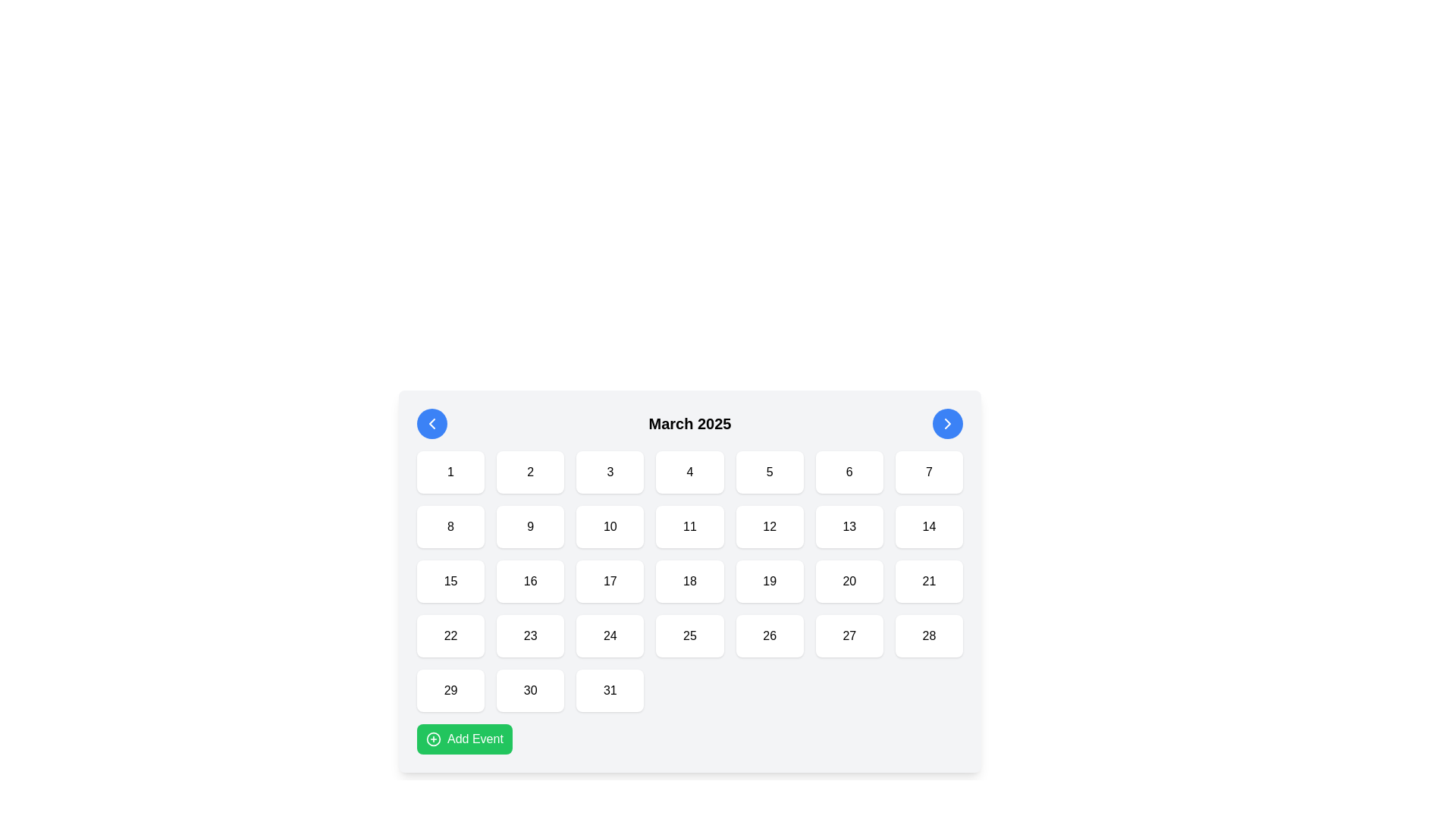 The height and width of the screenshot is (819, 1456). I want to click on the white rectangular button with rounded corners displaying the number '29', so click(450, 690).